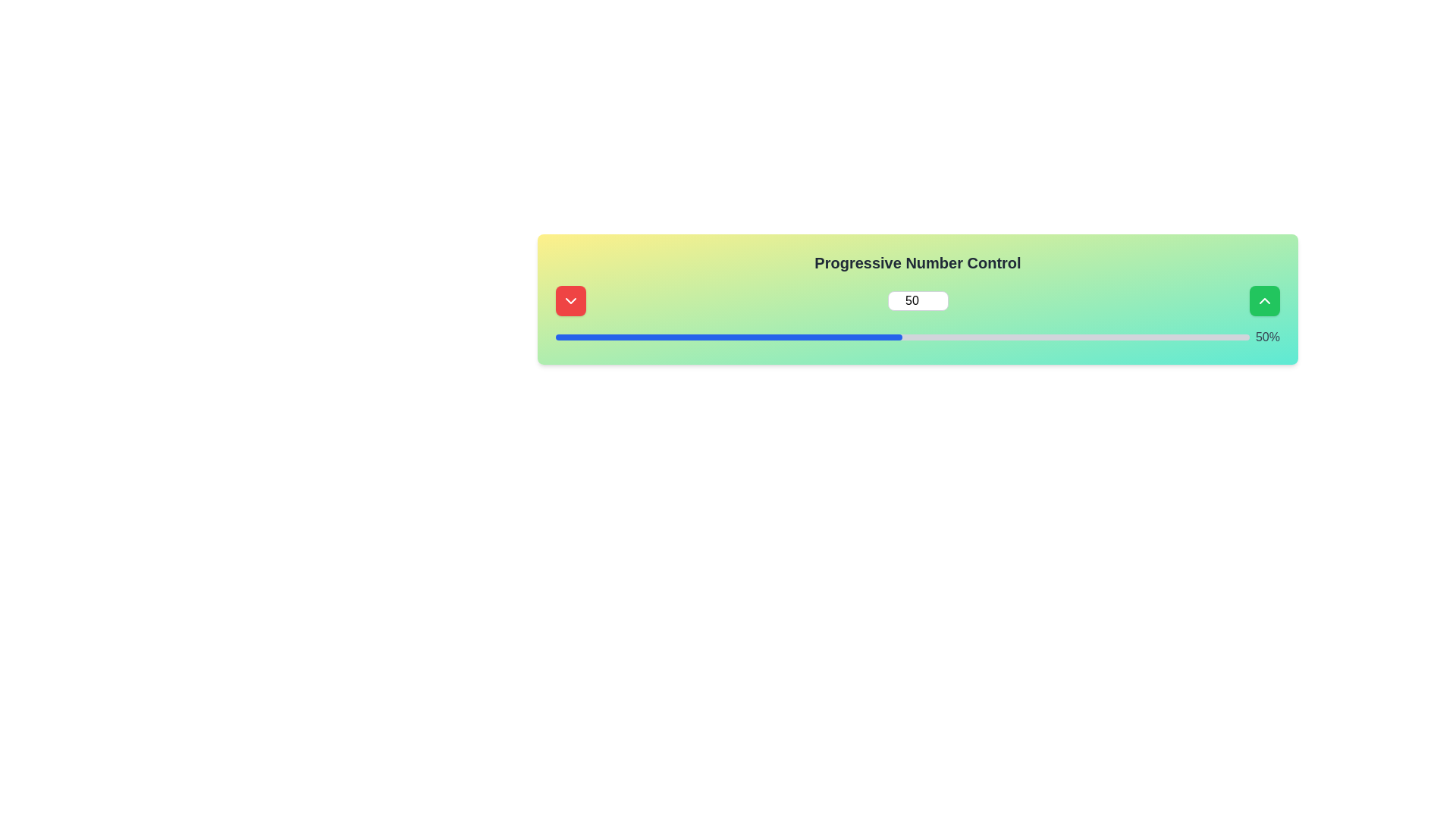 The image size is (1456, 819). Describe the element at coordinates (1265, 301) in the screenshot. I see `the upward increment button located on the right side of the green rounded button to increment the value` at that location.